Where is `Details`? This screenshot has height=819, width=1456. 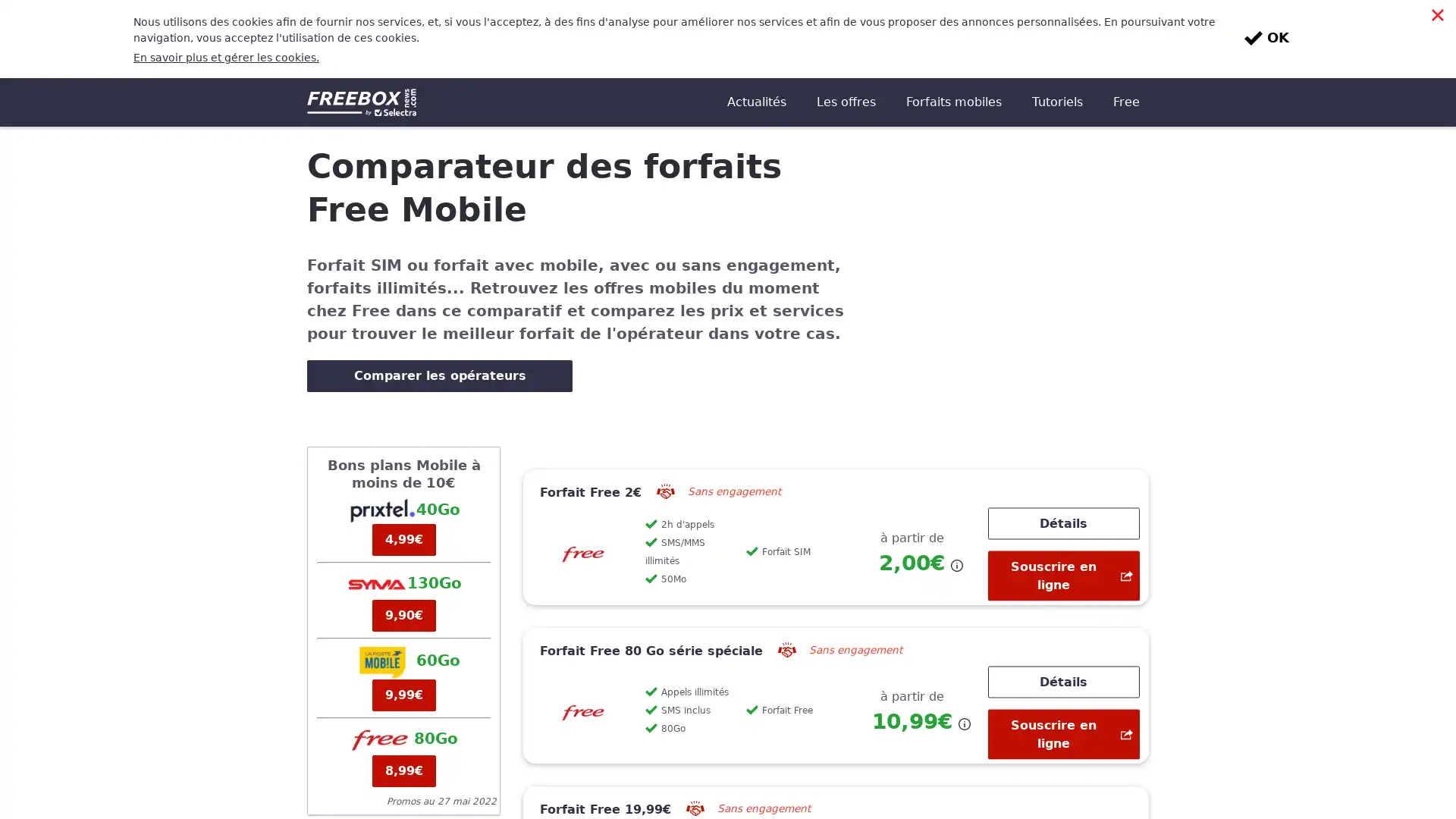 Details is located at coordinates (1062, 761).